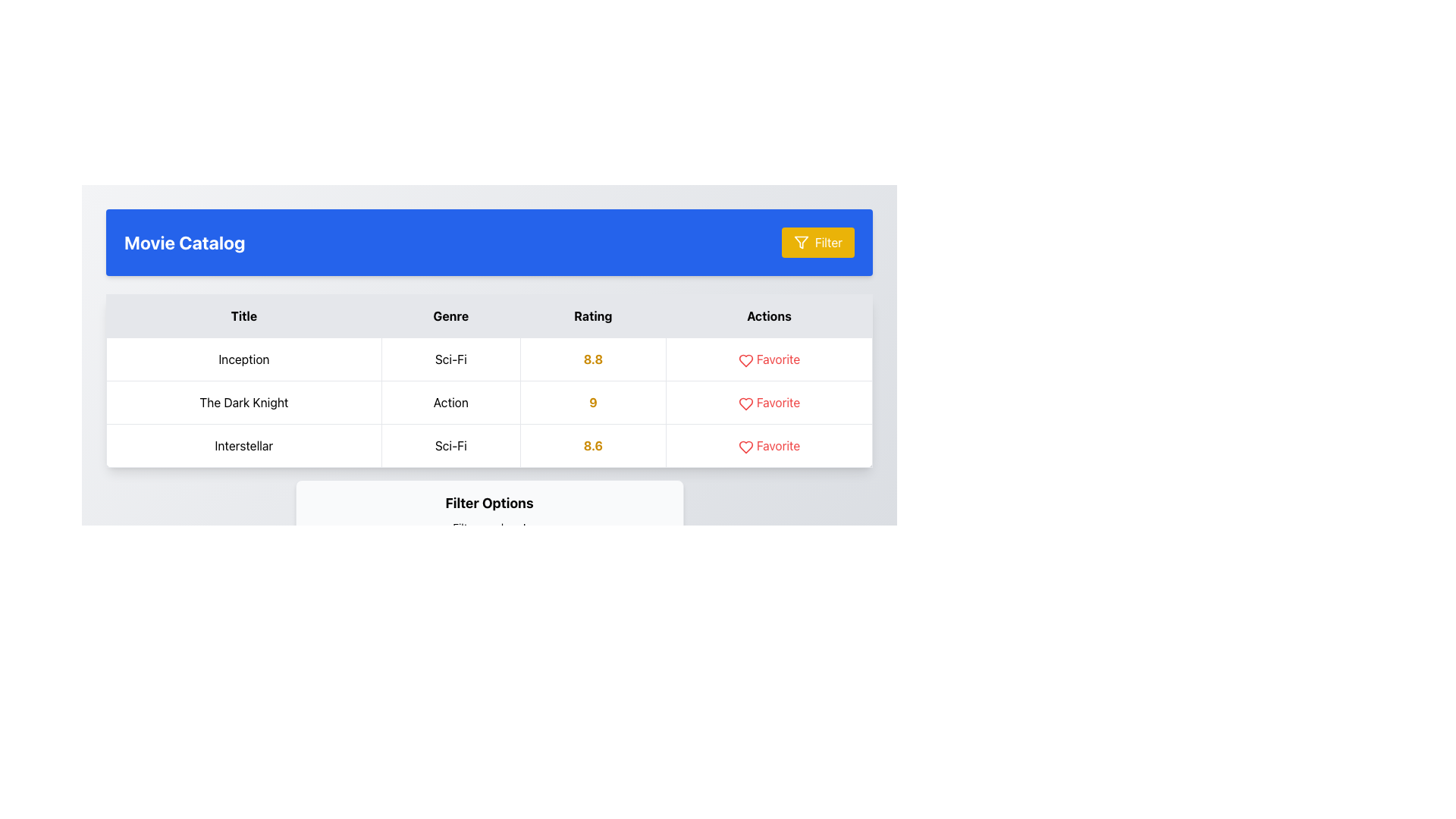 The height and width of the screenshot is (819, 1456). I want to click on the favorite icon located in the second row of the 'Actions' column next to the rating '9' for 'The Dark Knight', so click(745, 360).